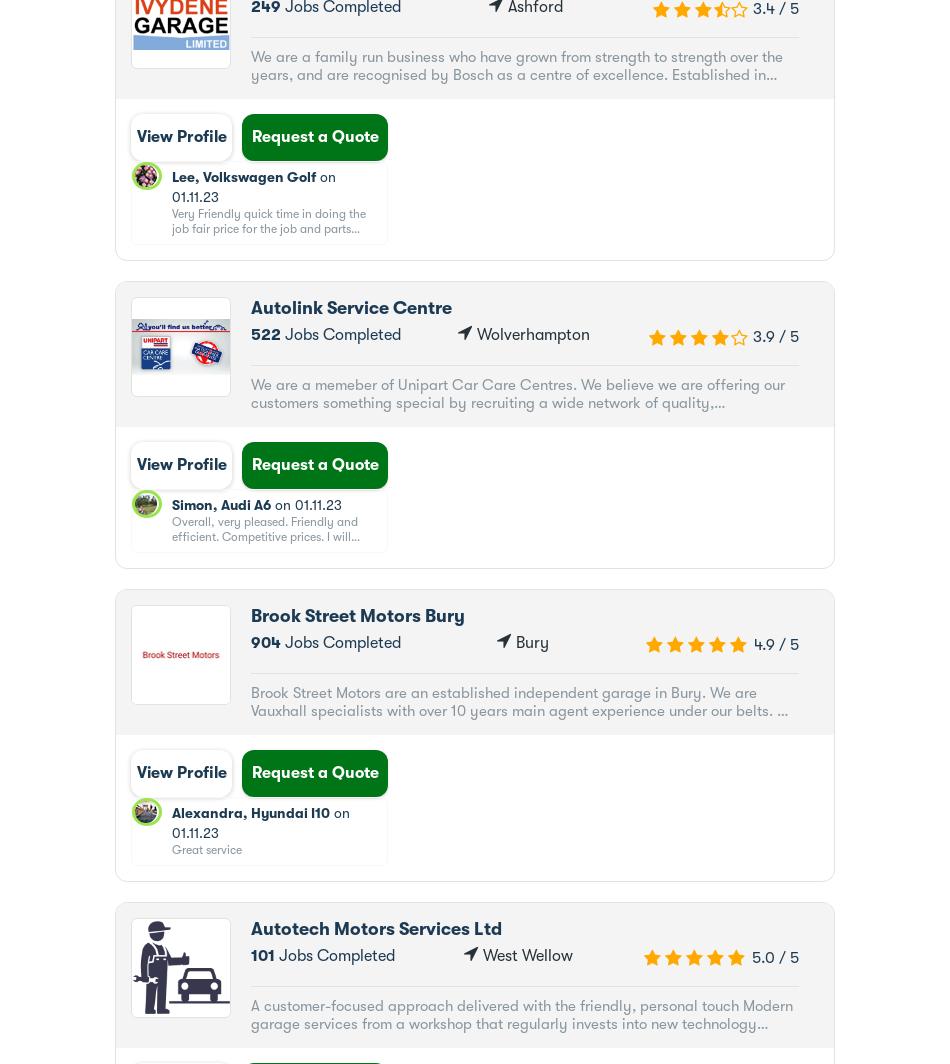  I want to click on 'Simon, Audi A6', so click(221, 504).